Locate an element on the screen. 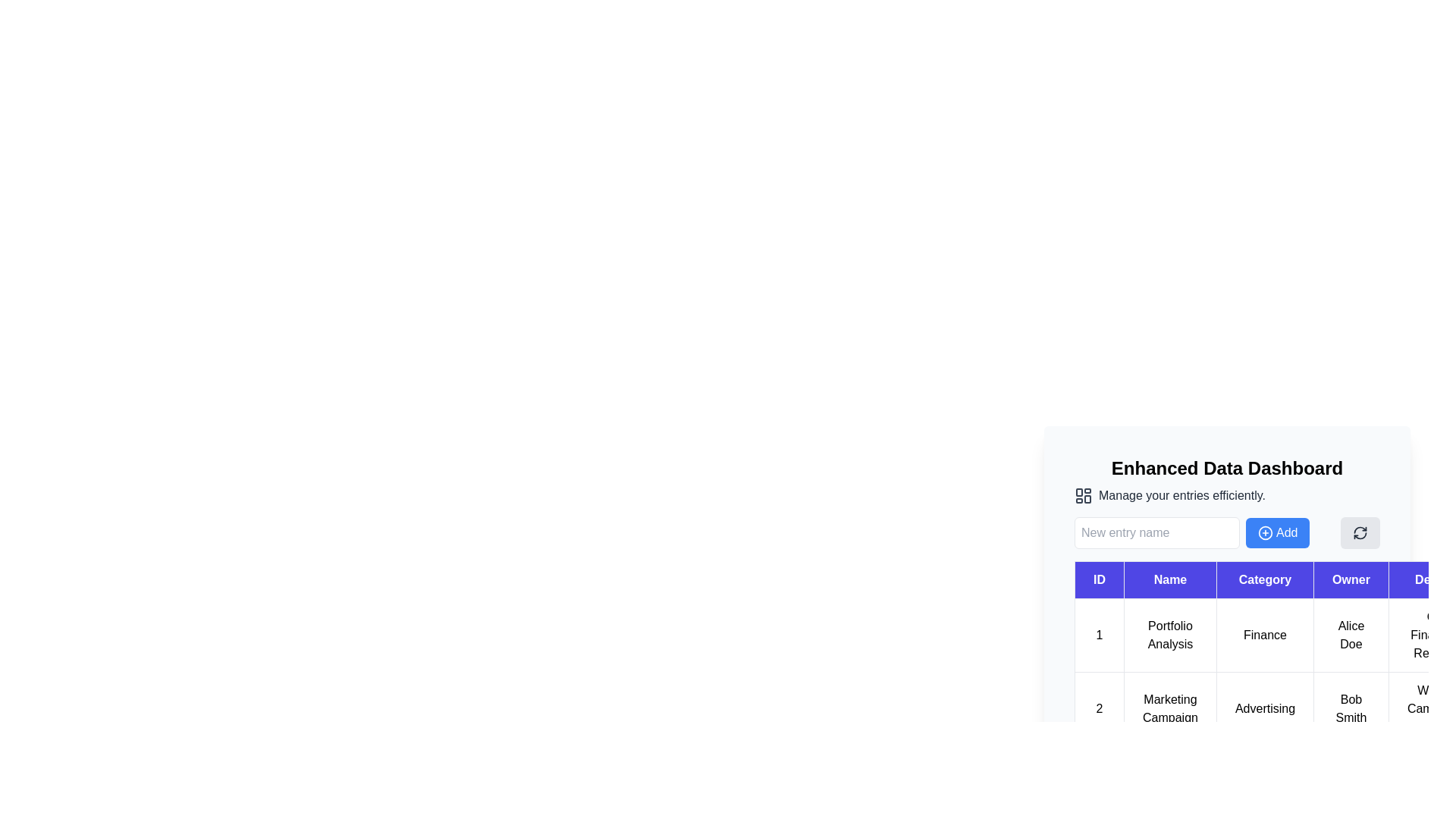 This screenshot has width=1456, height=819. the table cell containing the text 'Advertising', which is located in the third column of the second row of a multi-column table is located at coordinates (1265, 708).